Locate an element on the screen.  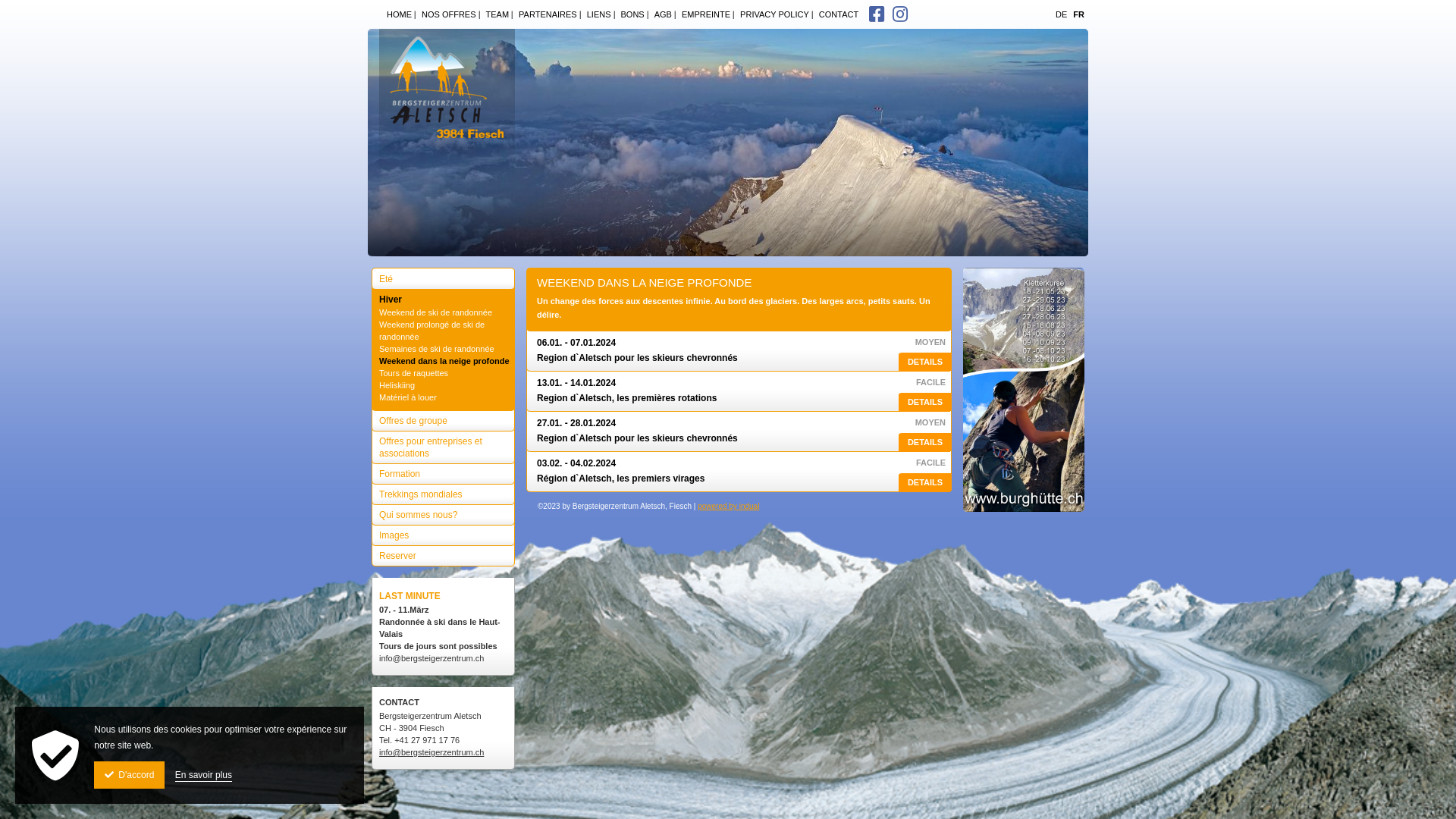
'DETAILS' is located at coordinates (924, 442).